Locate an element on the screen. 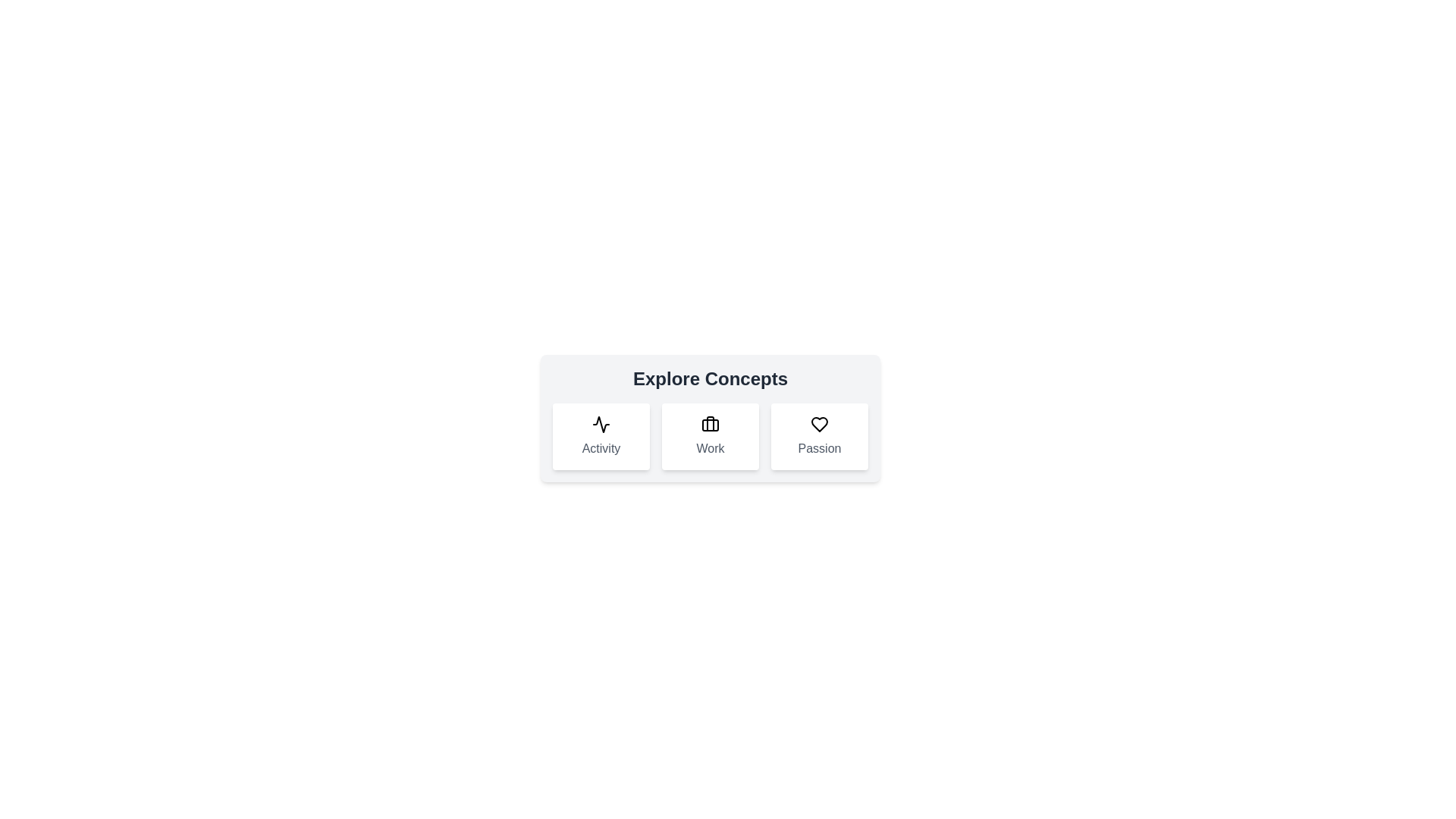  the heart-shaped icon outlined in black with a hollow center, located in the central position of the 'Passion' box under 'Explore Concepts' is located at coordinates (818, 424).